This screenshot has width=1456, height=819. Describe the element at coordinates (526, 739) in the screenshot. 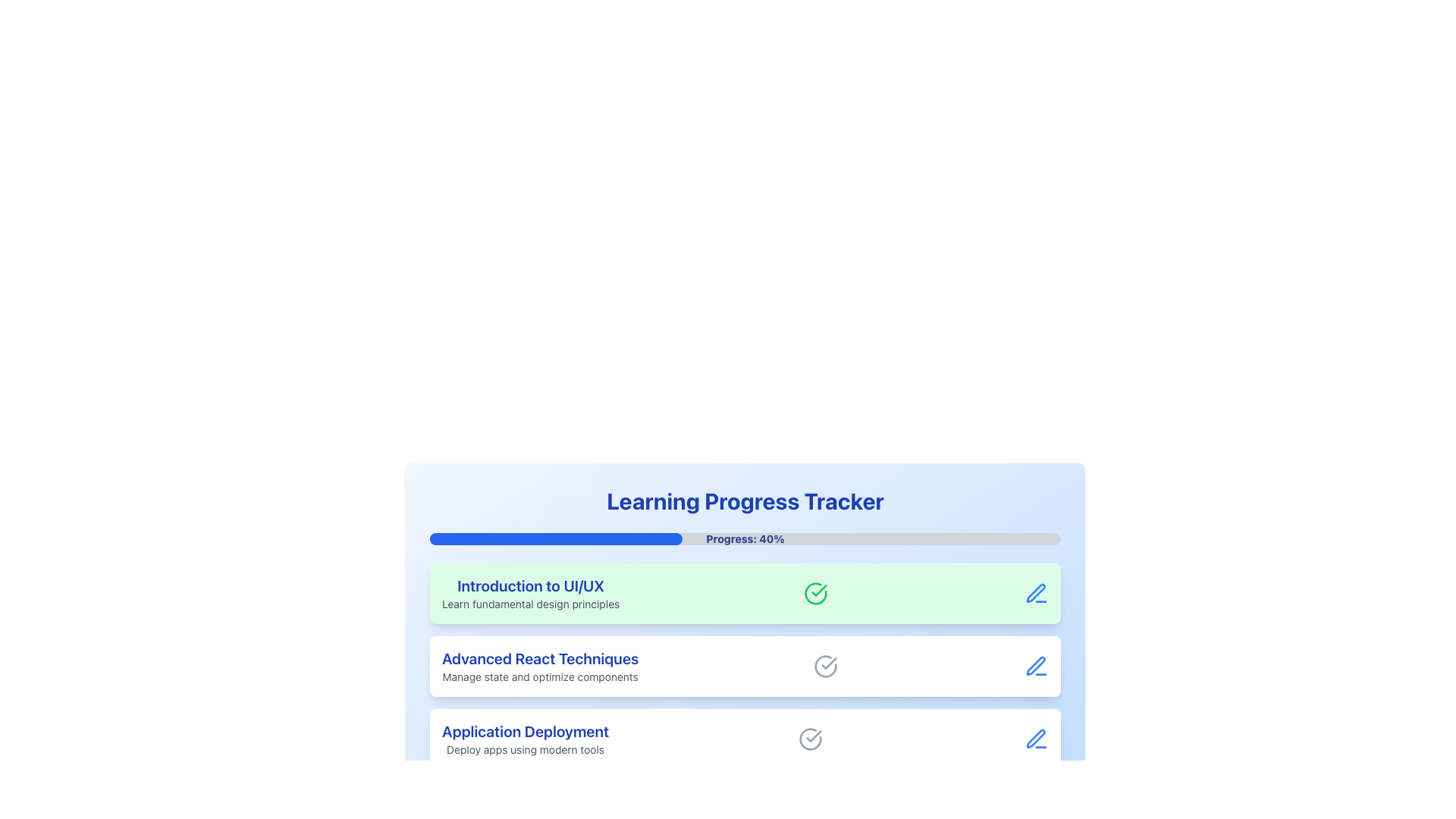

I see `the descriptive text block of the third card in the vertical list of learning progress items, which is located above a circular pen icon and next to a checkmark icon` at that location.